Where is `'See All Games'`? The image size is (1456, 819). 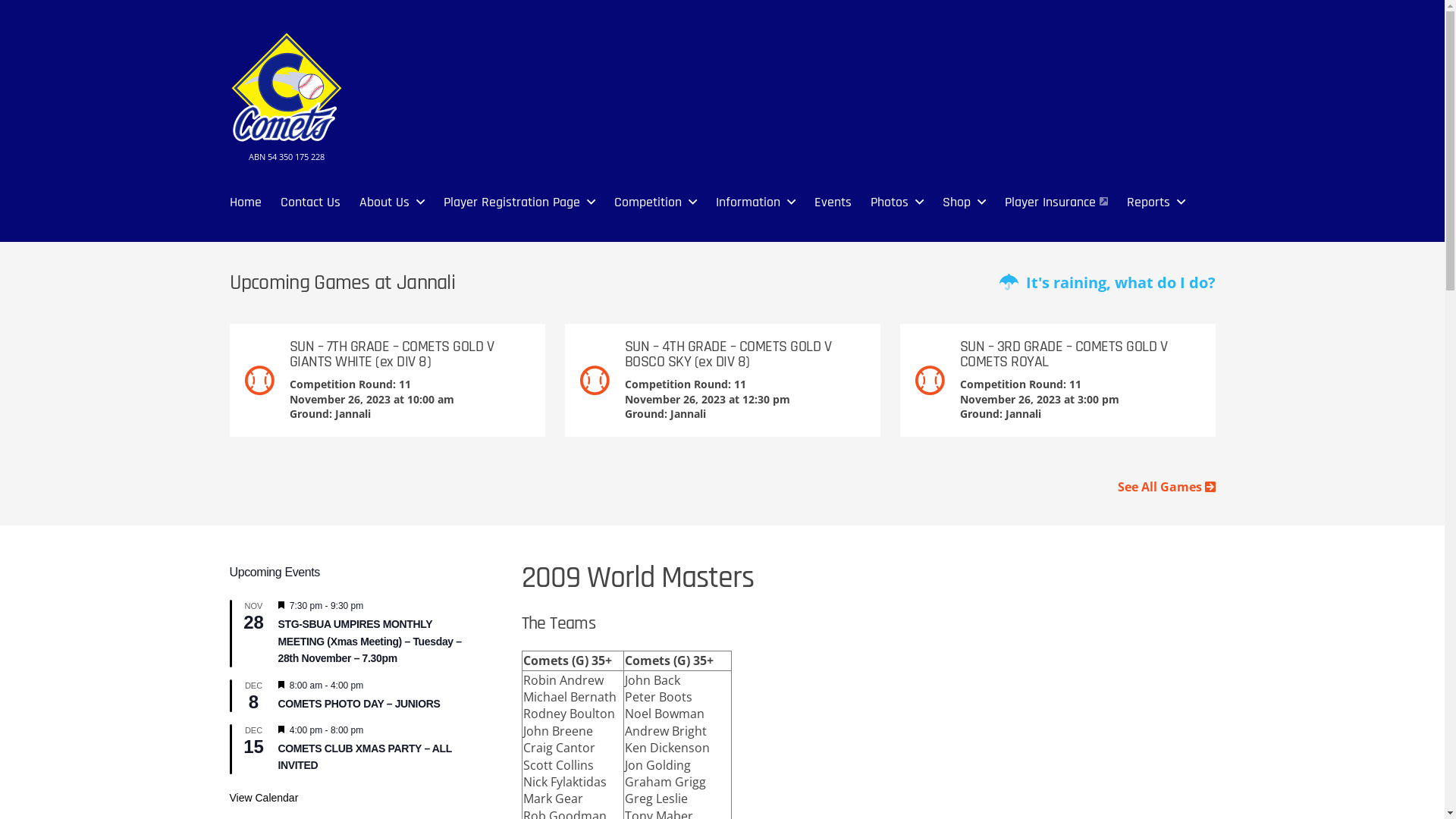 'See All Games' is located at coordinates (1166, 486).